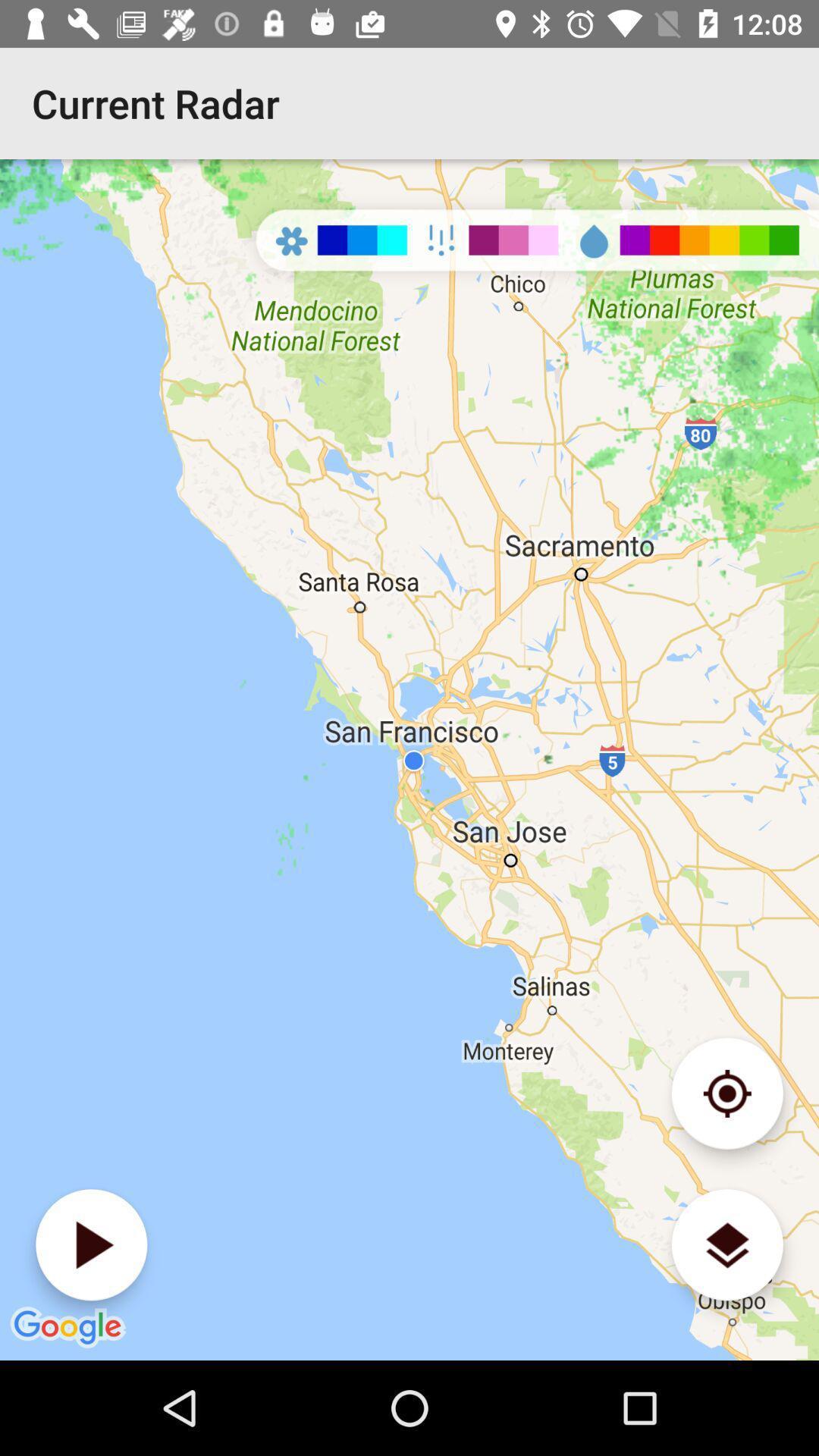 This screenshot has width=819, height=1456. Describe the element at coordinates (726, 1094) in the screenshot. I see `your location` at that location.